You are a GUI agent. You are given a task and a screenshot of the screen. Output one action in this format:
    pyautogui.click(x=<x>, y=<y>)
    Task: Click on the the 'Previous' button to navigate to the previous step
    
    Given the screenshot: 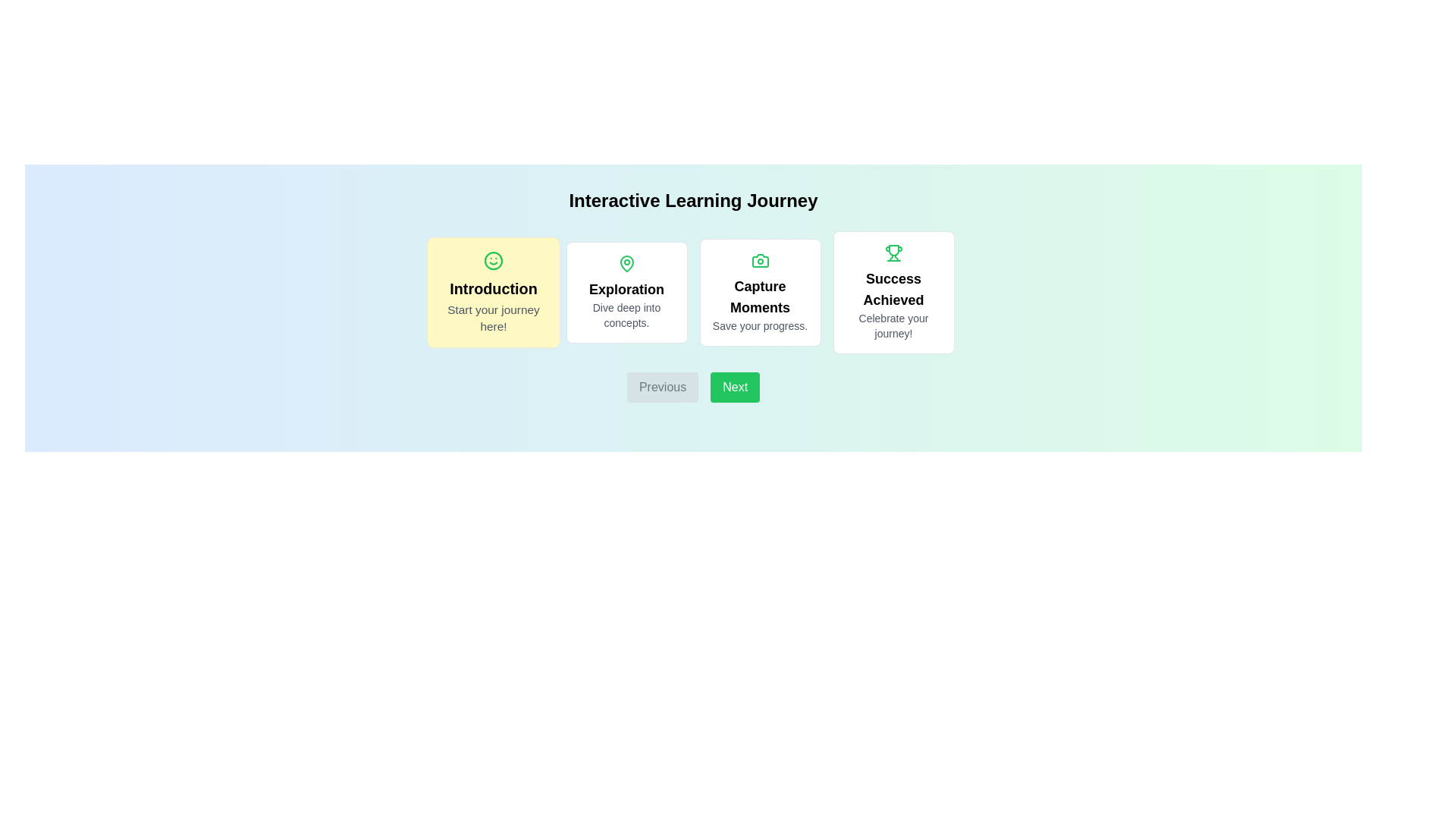 What is the action you would take?
    pyautogui.click(x=662, y=386)
    